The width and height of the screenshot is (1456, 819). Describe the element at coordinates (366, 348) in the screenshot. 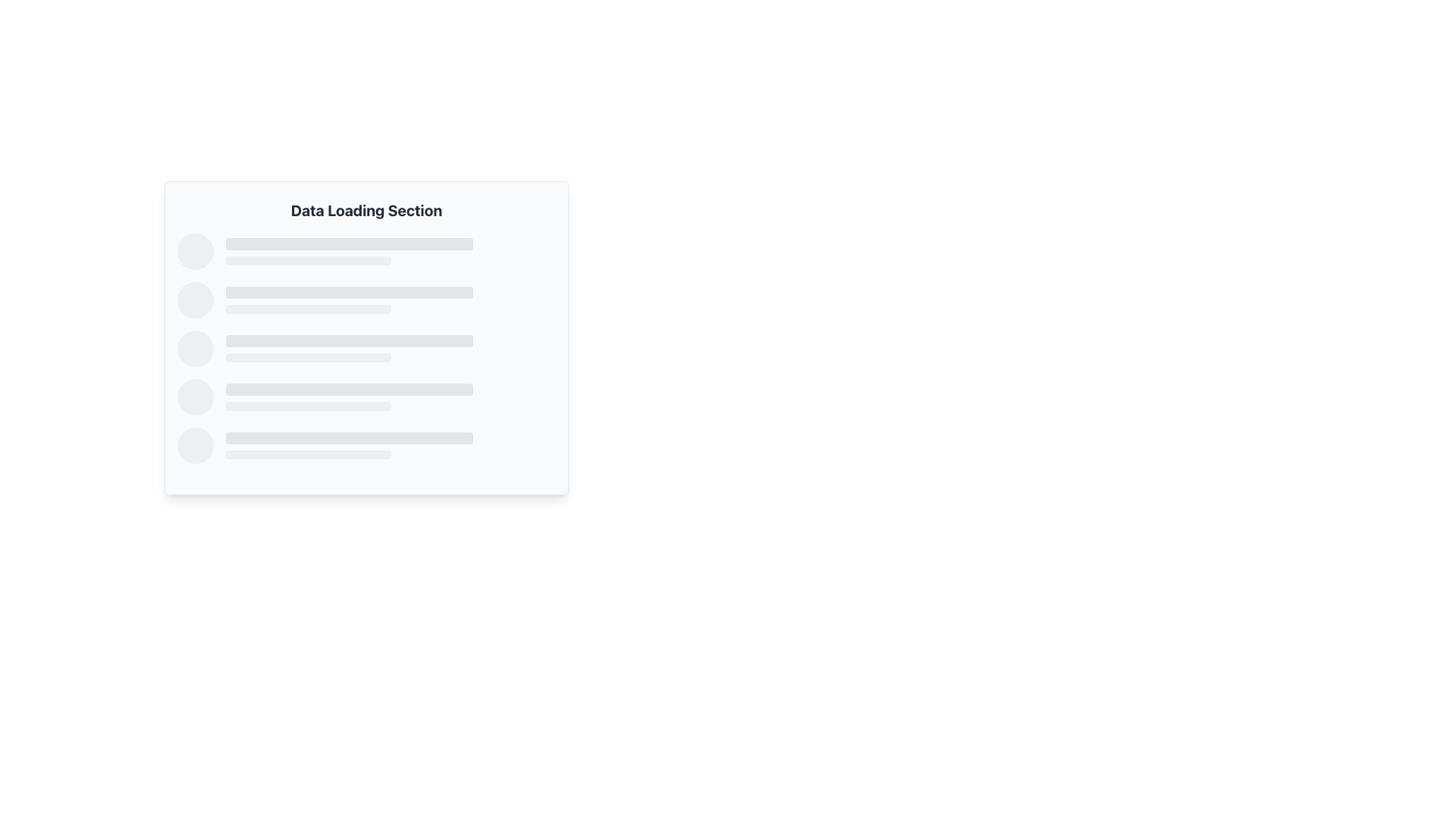

I see `the third item in the list of placeholder entries in the 'Data Loading Section' area, which is currently in a loading state` at that location.